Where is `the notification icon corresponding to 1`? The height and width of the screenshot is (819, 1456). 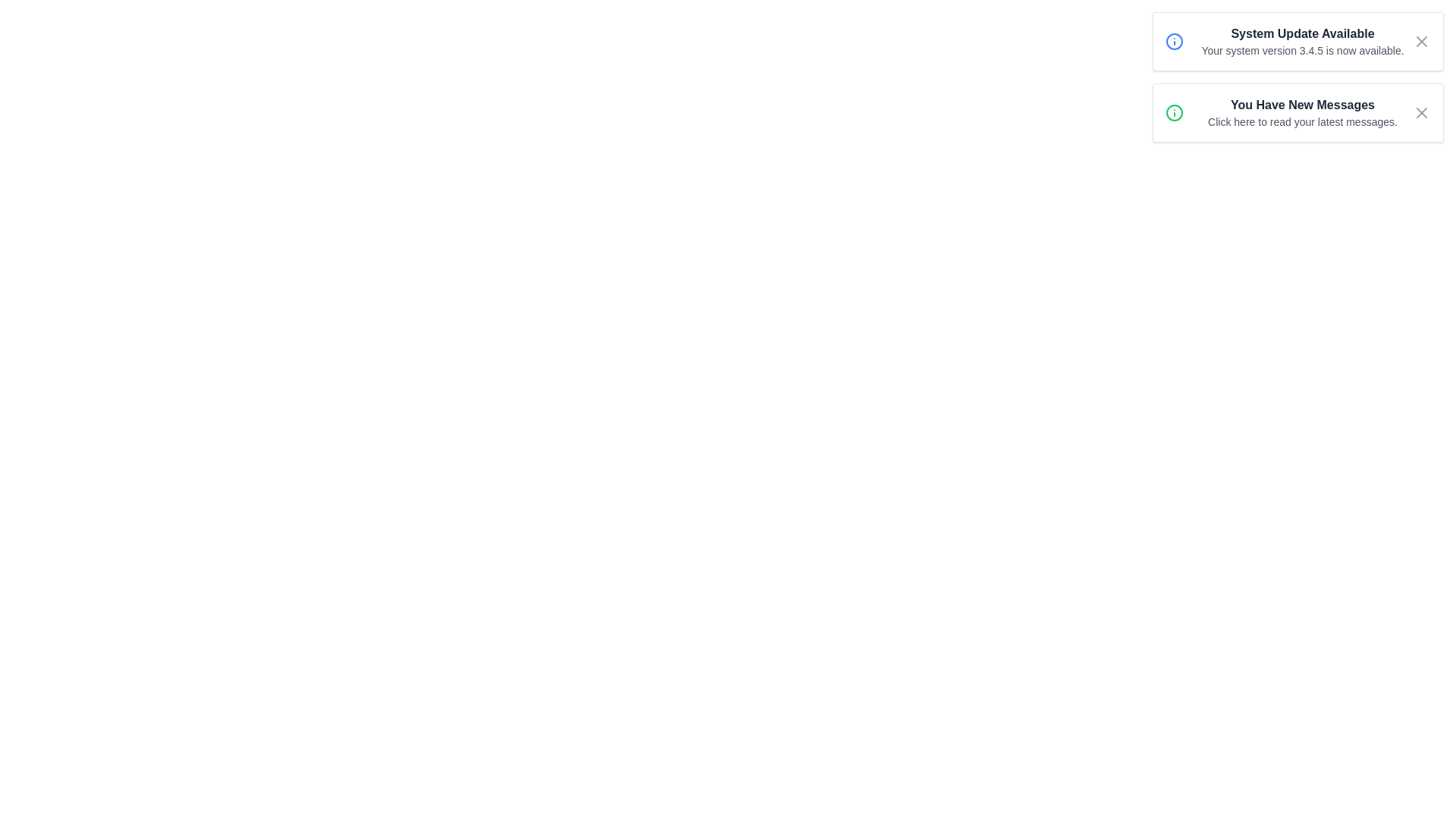
the notification icon corresponding to 1 is located at coordinates (1174, 40).